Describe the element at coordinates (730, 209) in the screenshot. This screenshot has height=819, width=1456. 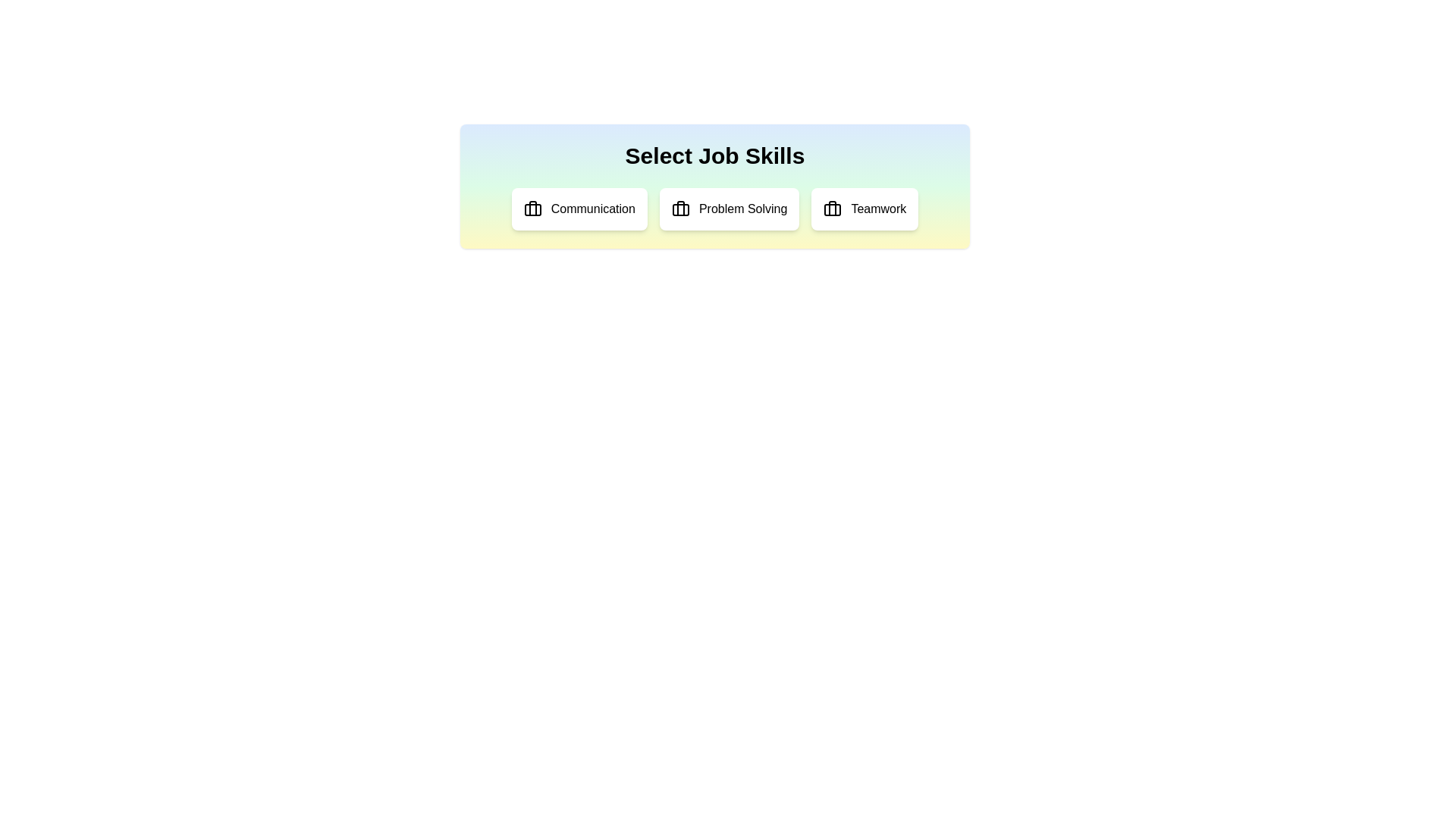
I see `the skill card labeled 'Problem Solving' to select or deselect it` at that location.